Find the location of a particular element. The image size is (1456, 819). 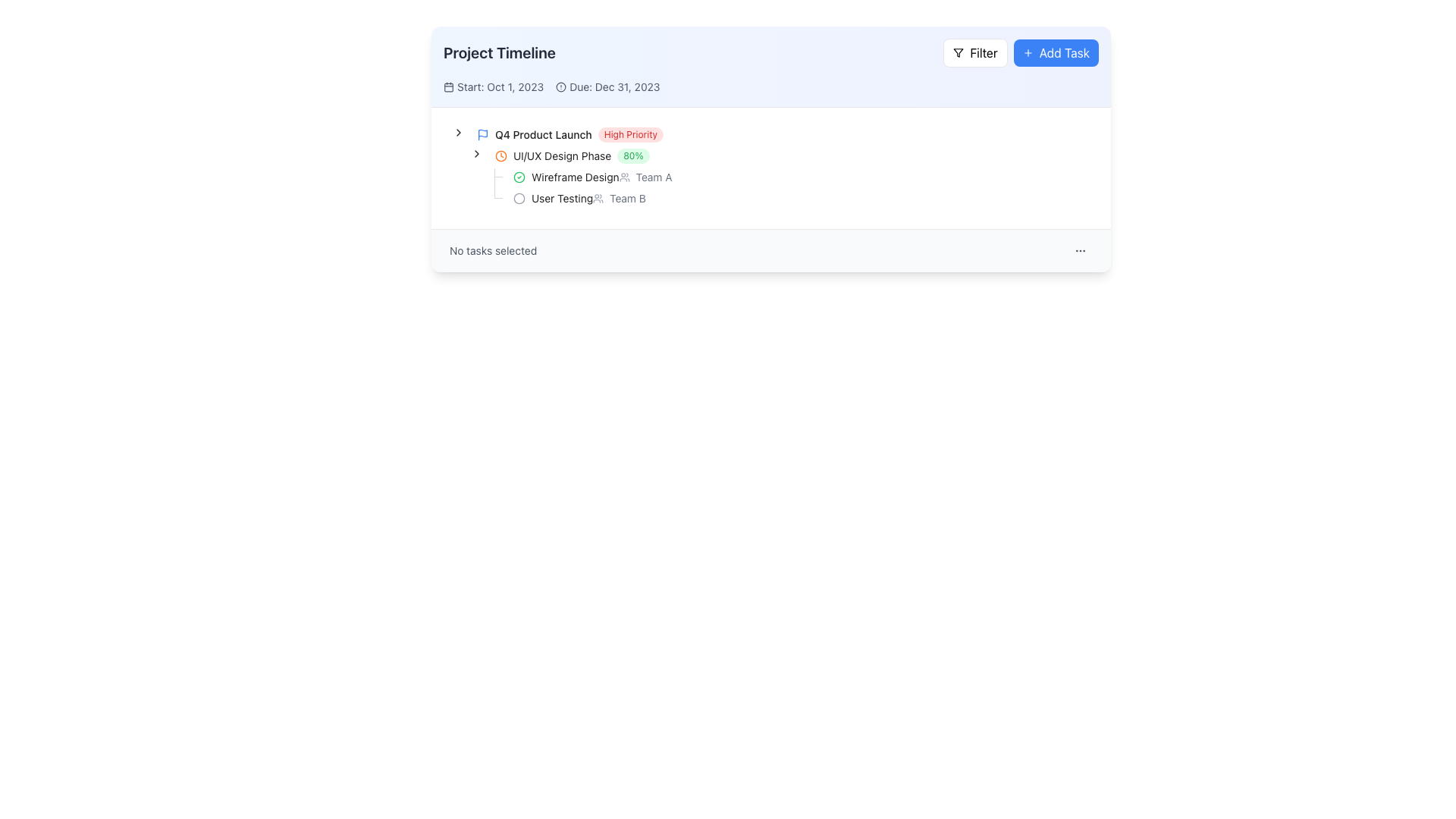

text label indicating the associated team or responsible party for the 'Wireframe Design' task, located after the 'Wireframe Design' text in the UI/UX Design Phase section is located at coordinates (654, 177).